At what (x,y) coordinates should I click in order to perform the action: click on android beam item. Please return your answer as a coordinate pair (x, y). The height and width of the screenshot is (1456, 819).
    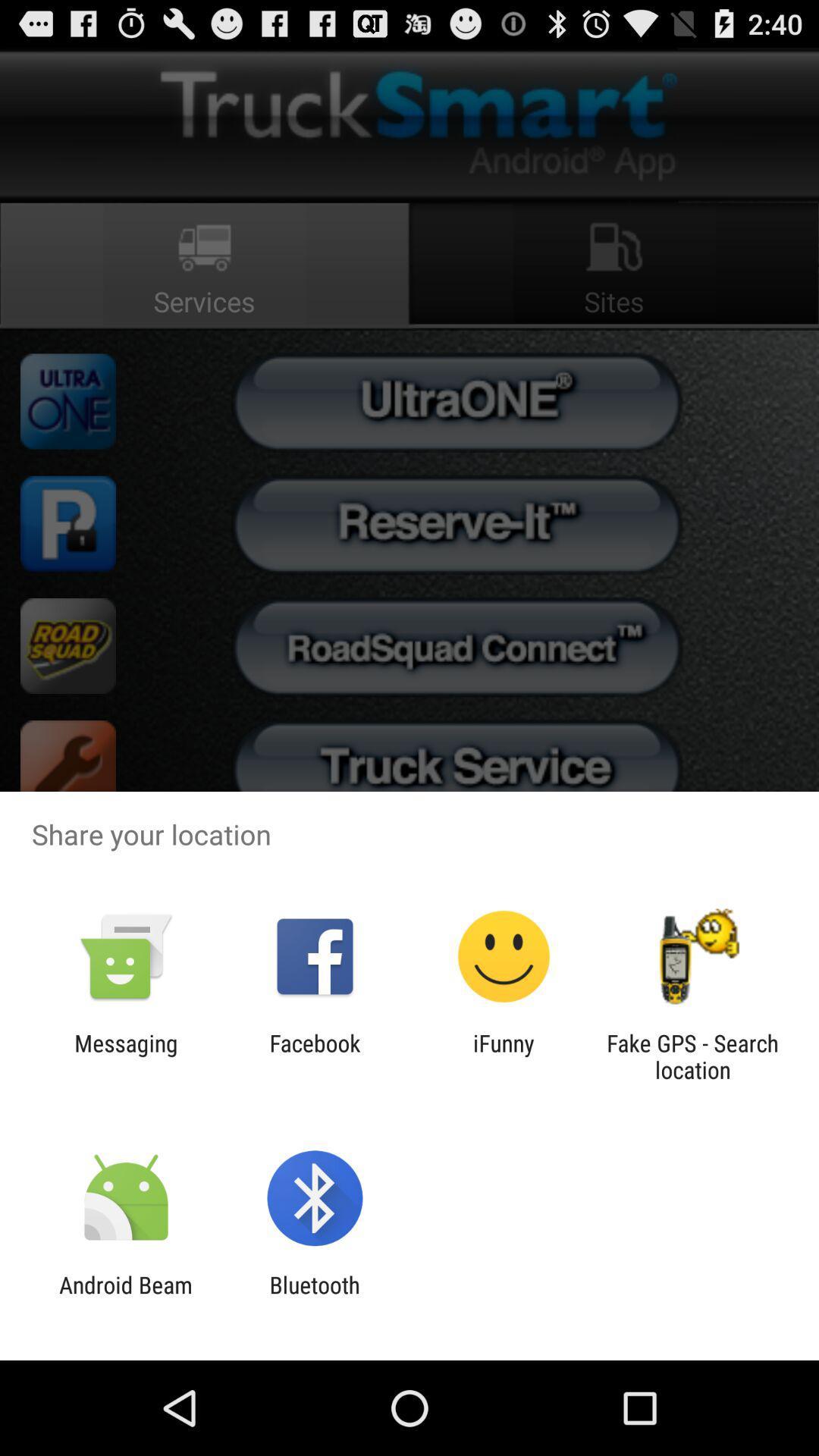
    Looking at the image, I should click on (125, 1298).